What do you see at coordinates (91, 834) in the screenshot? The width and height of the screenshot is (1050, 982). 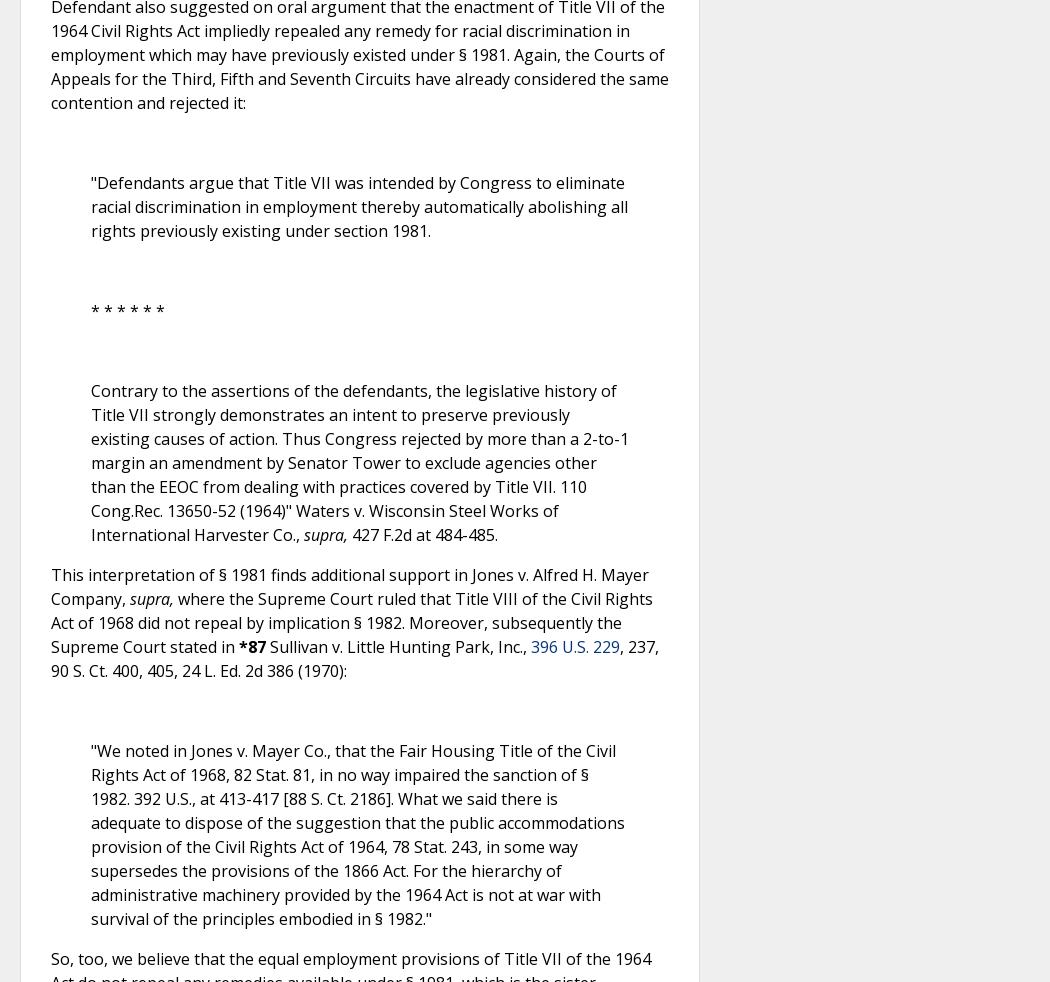 I see `'"We noted in Jones v. Mayer Co., that the Fair Housing Title of the Civil Rights Act of 1968, 82 Stat. 81, in no way impaired the sanction of § 1982. 392 U.S., at 413-417 [88 S. Ct. 2186]. What we said there is adequate to dispose of the suggestion that the public accommodations provision of the Civil Rights Act of 1964, 78 Stat. 243, in some way supersedes the provisions of the 1866 Act. For the hierarchy of administrative machinery provided by the 1964 Act is not at war with survival of the principles embodied in § 1982."'` at bounding box center [91, 834].